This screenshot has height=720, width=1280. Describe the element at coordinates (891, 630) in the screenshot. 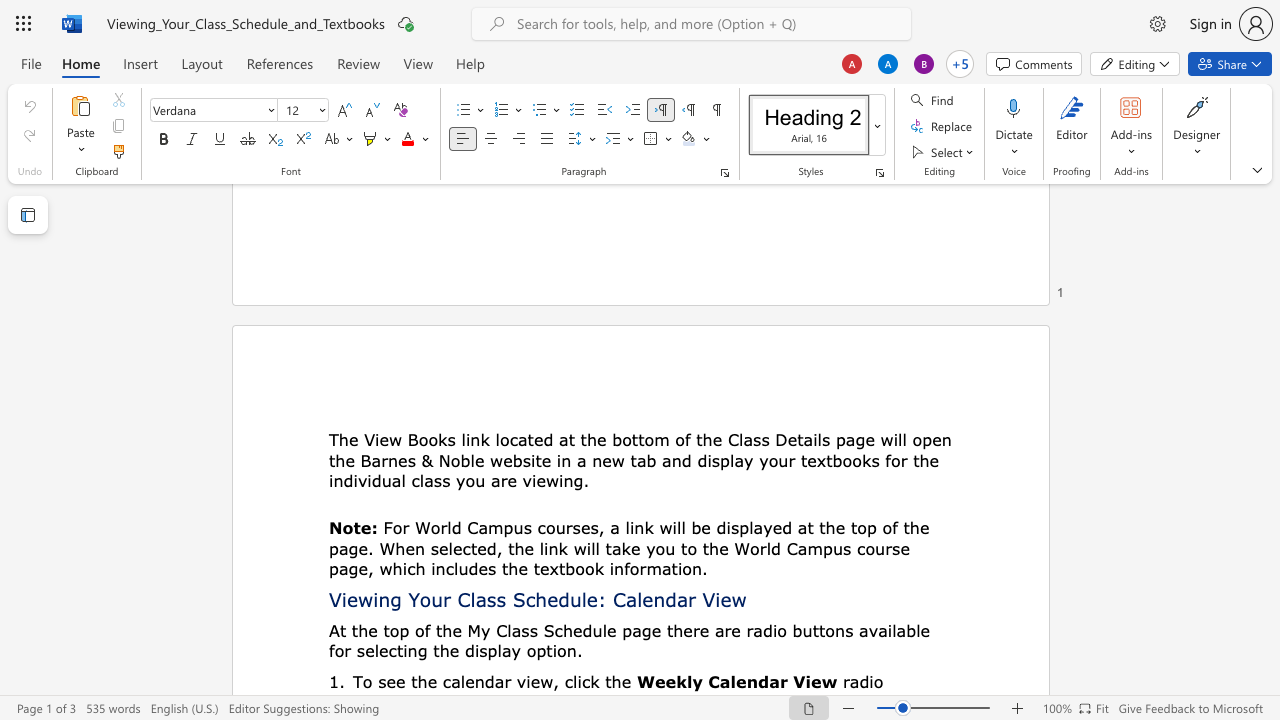

I see `the space between the continuous character "i" and "l" in the text` at that location.